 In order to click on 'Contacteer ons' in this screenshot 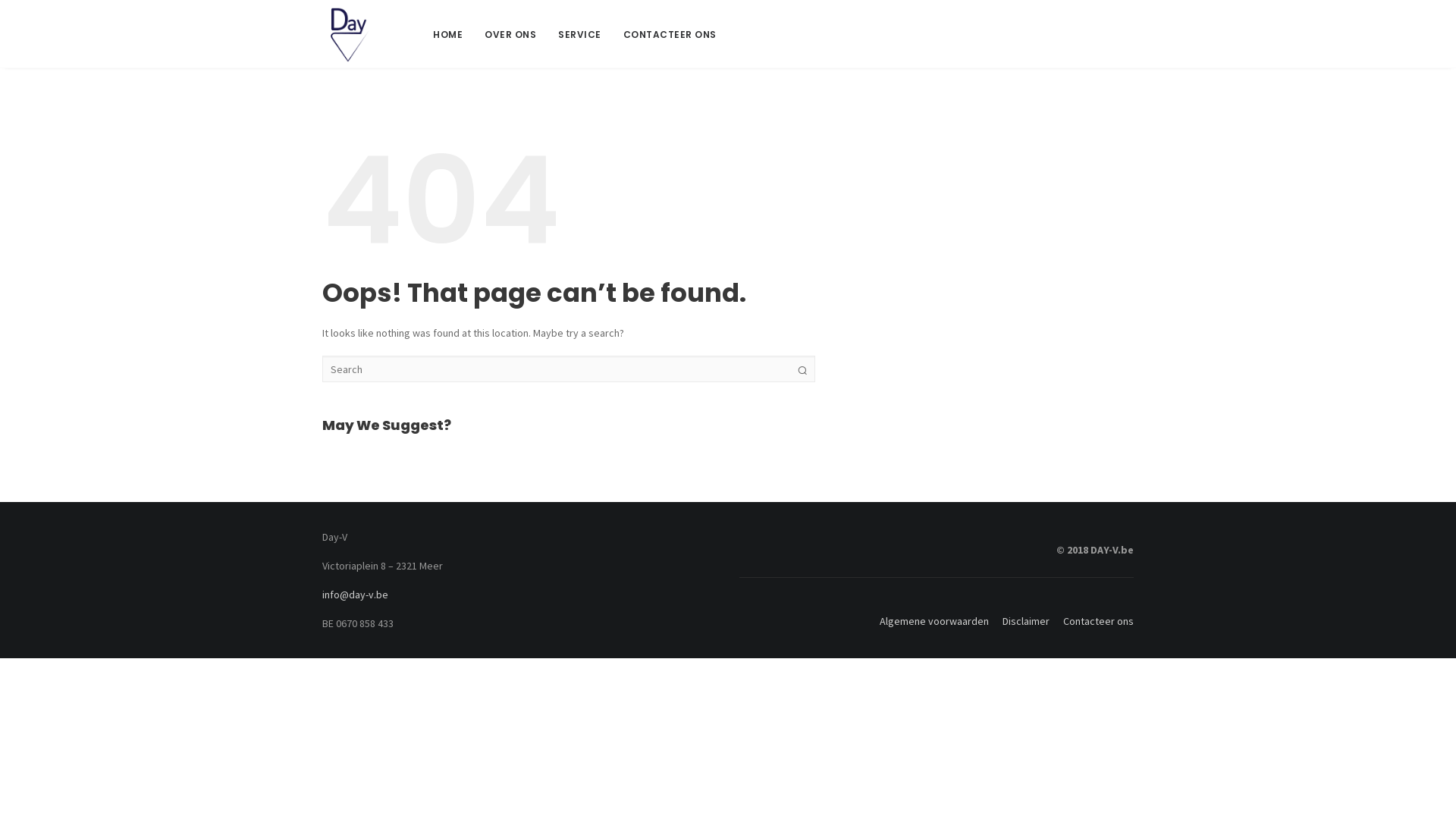, I will do `click(1051, 620)`.